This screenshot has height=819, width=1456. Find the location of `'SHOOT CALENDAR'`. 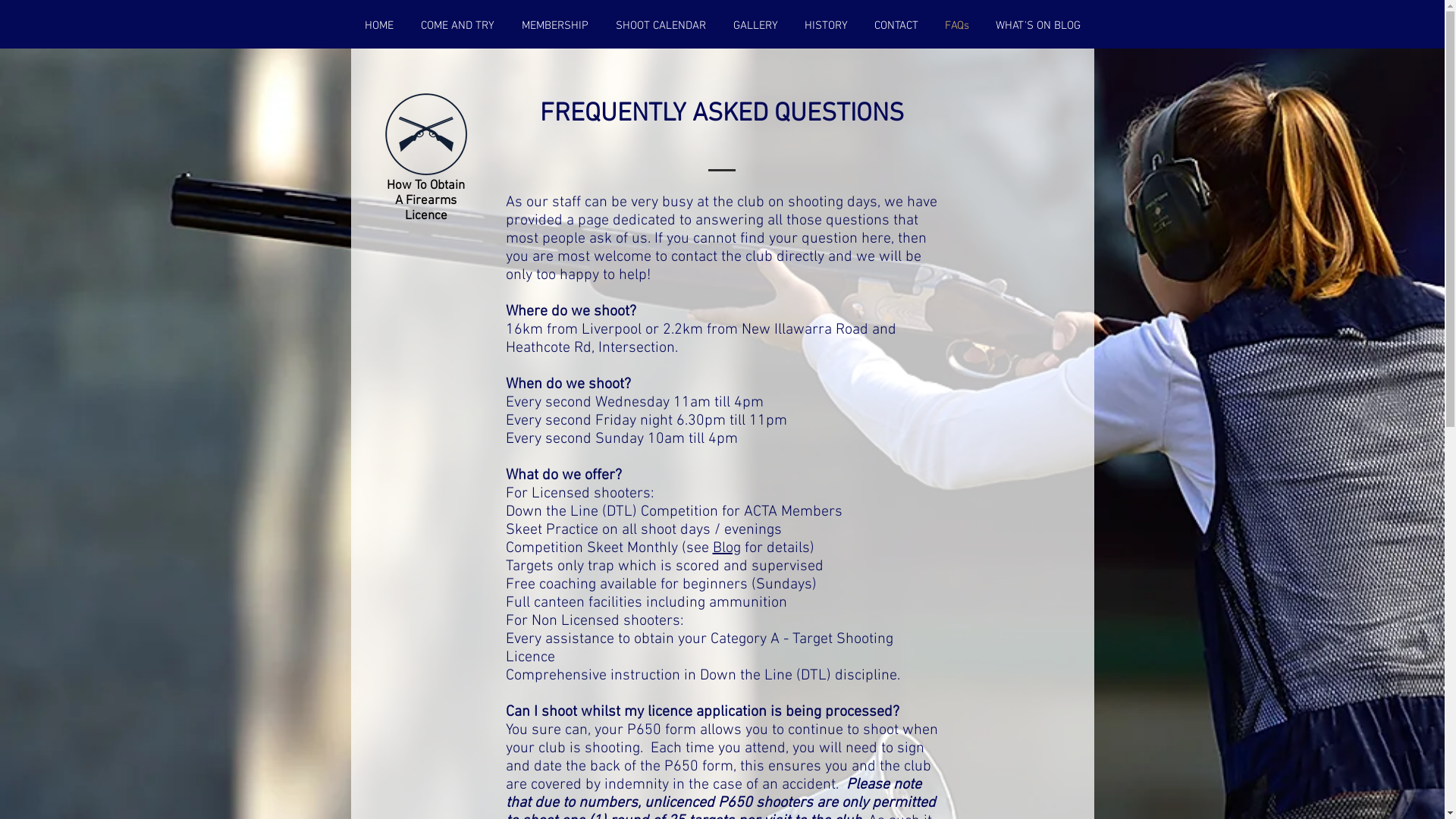

'SHOOT CALENDAR' is located at coordinates (661, 26).